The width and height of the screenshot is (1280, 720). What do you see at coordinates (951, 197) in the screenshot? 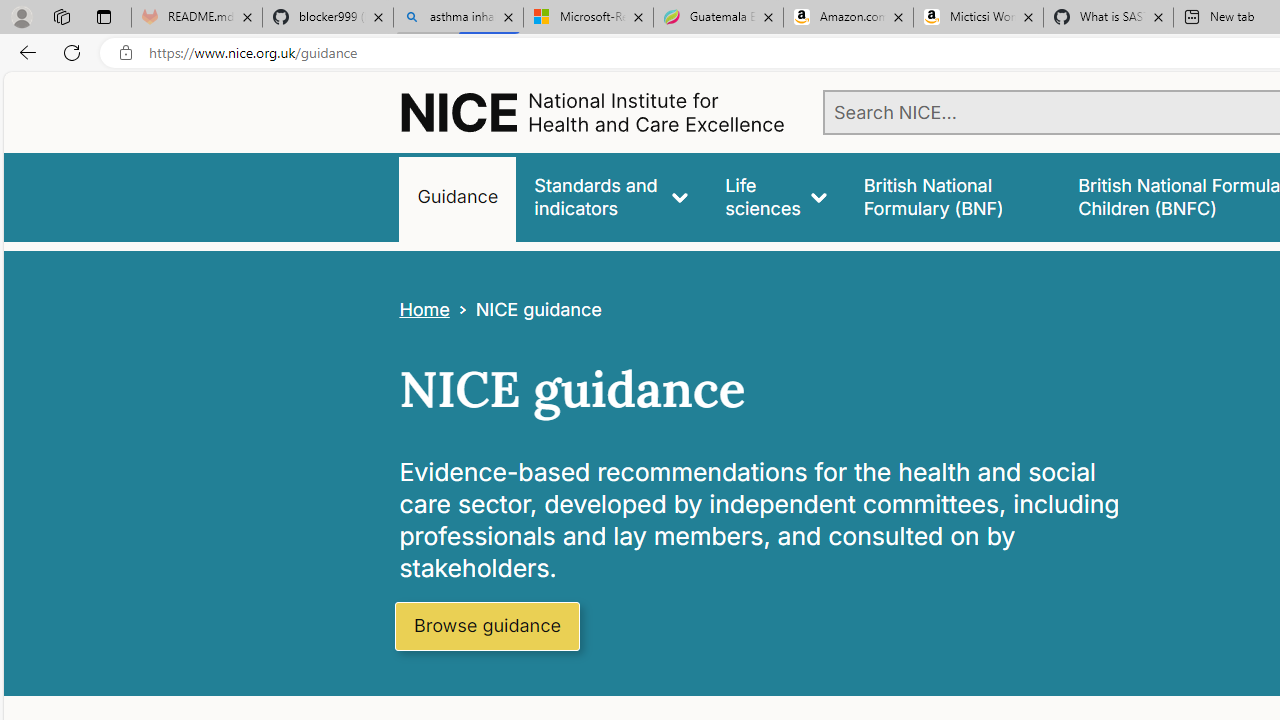
I see `'false'` at bounding box center [951, 197].